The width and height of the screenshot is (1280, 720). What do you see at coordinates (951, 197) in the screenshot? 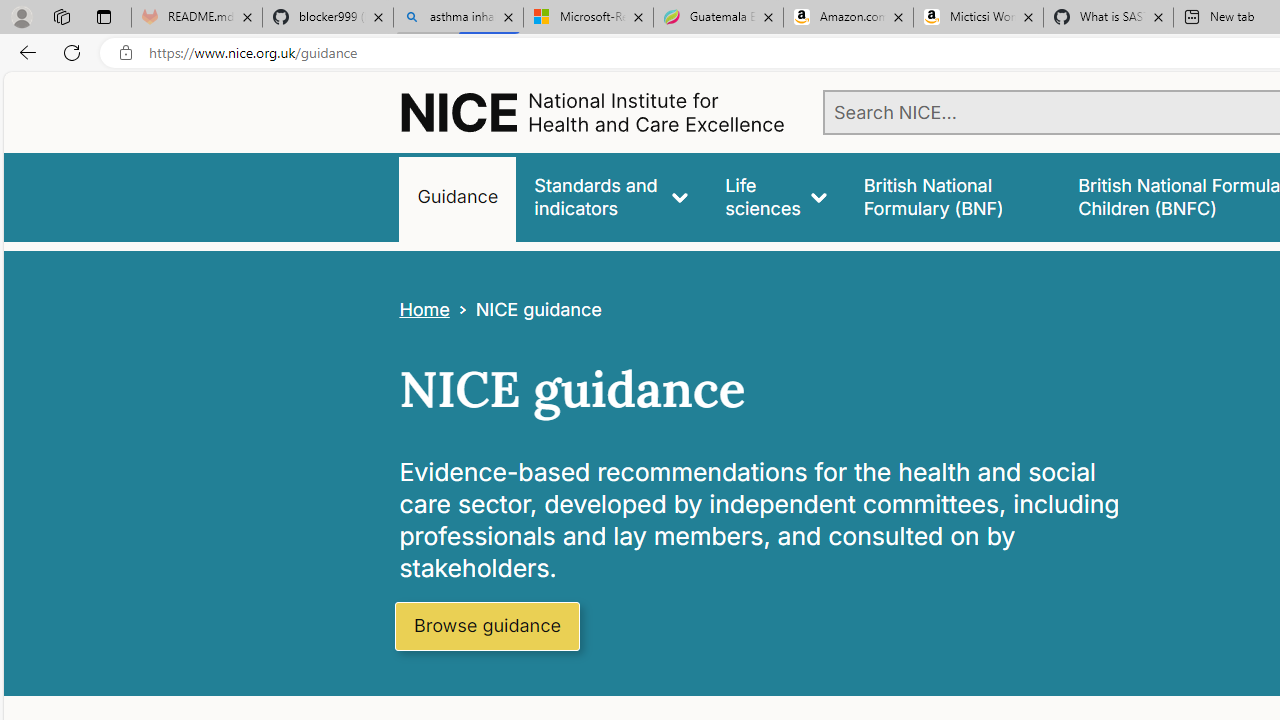
I see `'false'` at bounding box center [951, 197].